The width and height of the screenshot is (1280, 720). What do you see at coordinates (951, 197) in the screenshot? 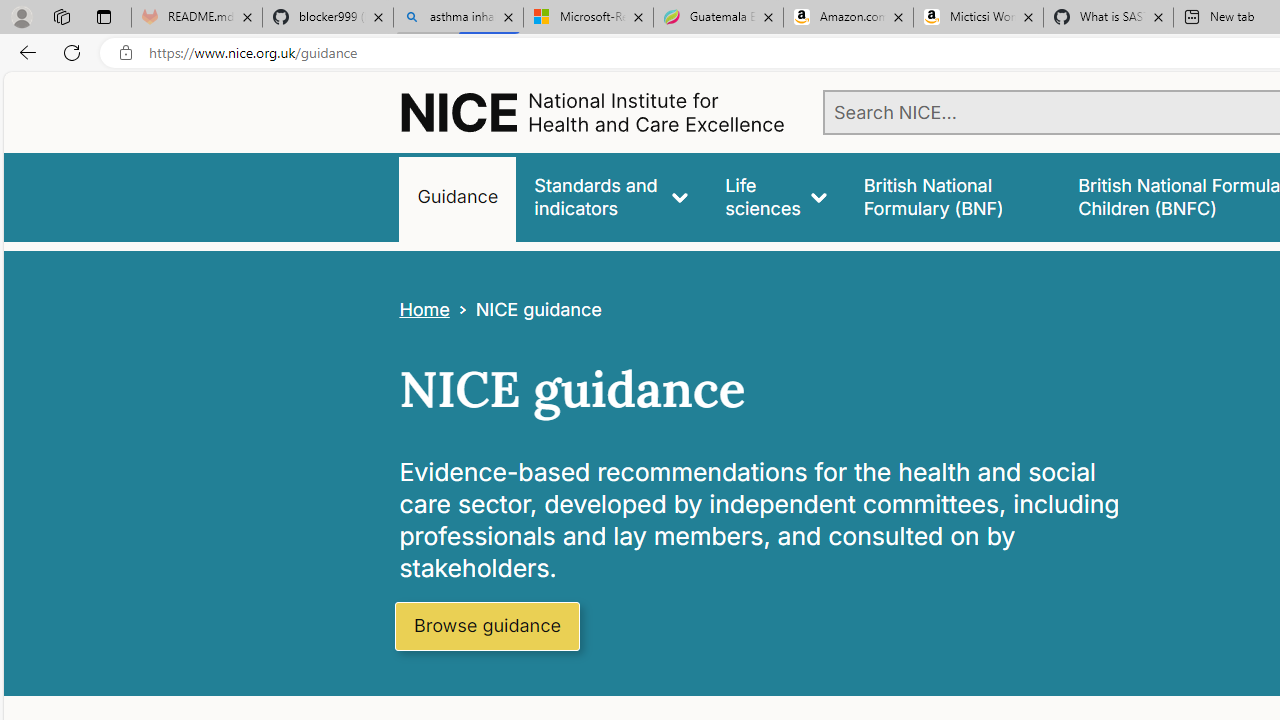
I see `'false'` at bounding box center [951, 197].